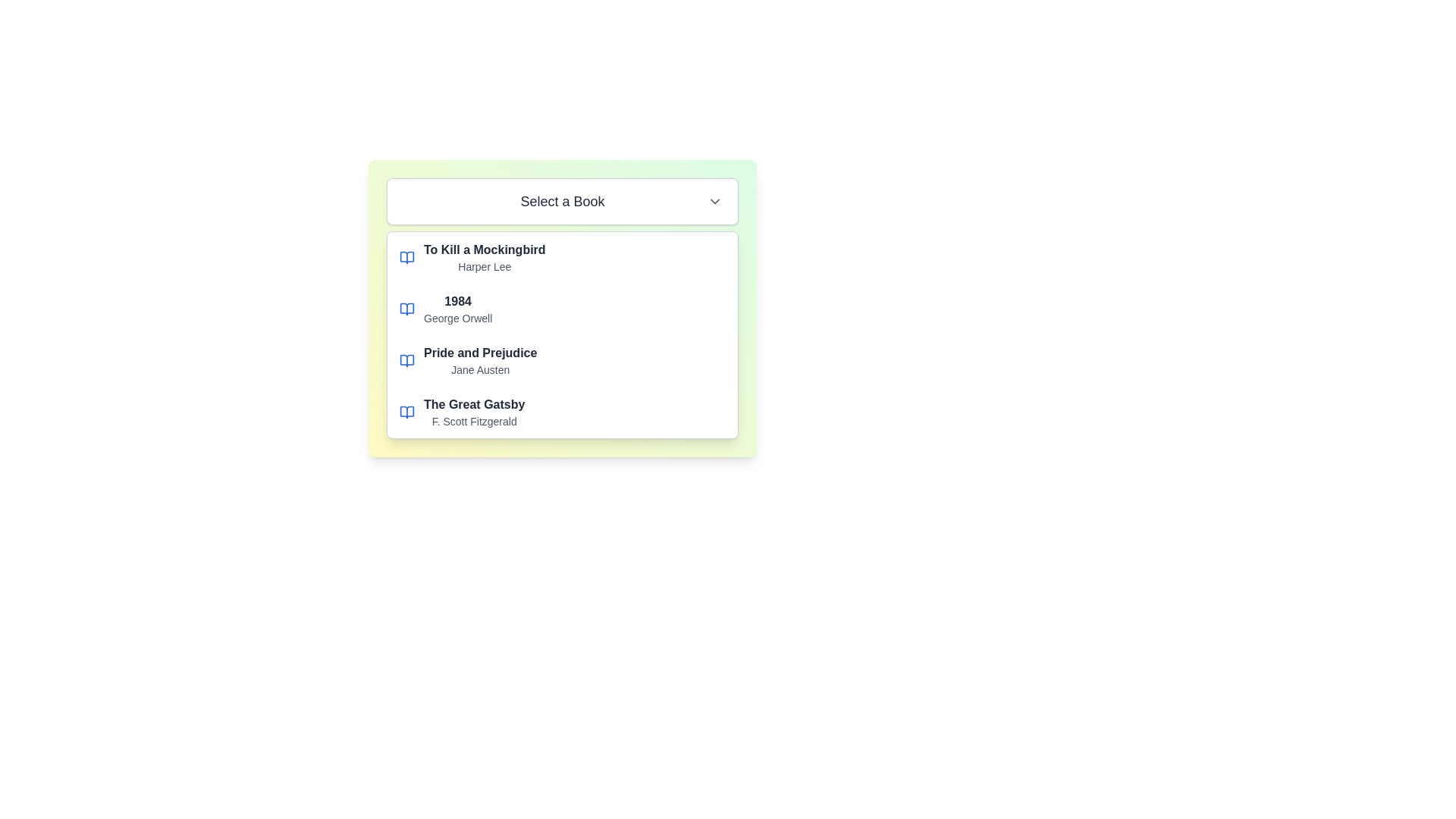 This screenshot has width=1456, height=819. I want to click on the static text label 'To Kill a Mockingbird' which is the first entry in the dropdown list titled 'Select a Book', so click(484, 249).